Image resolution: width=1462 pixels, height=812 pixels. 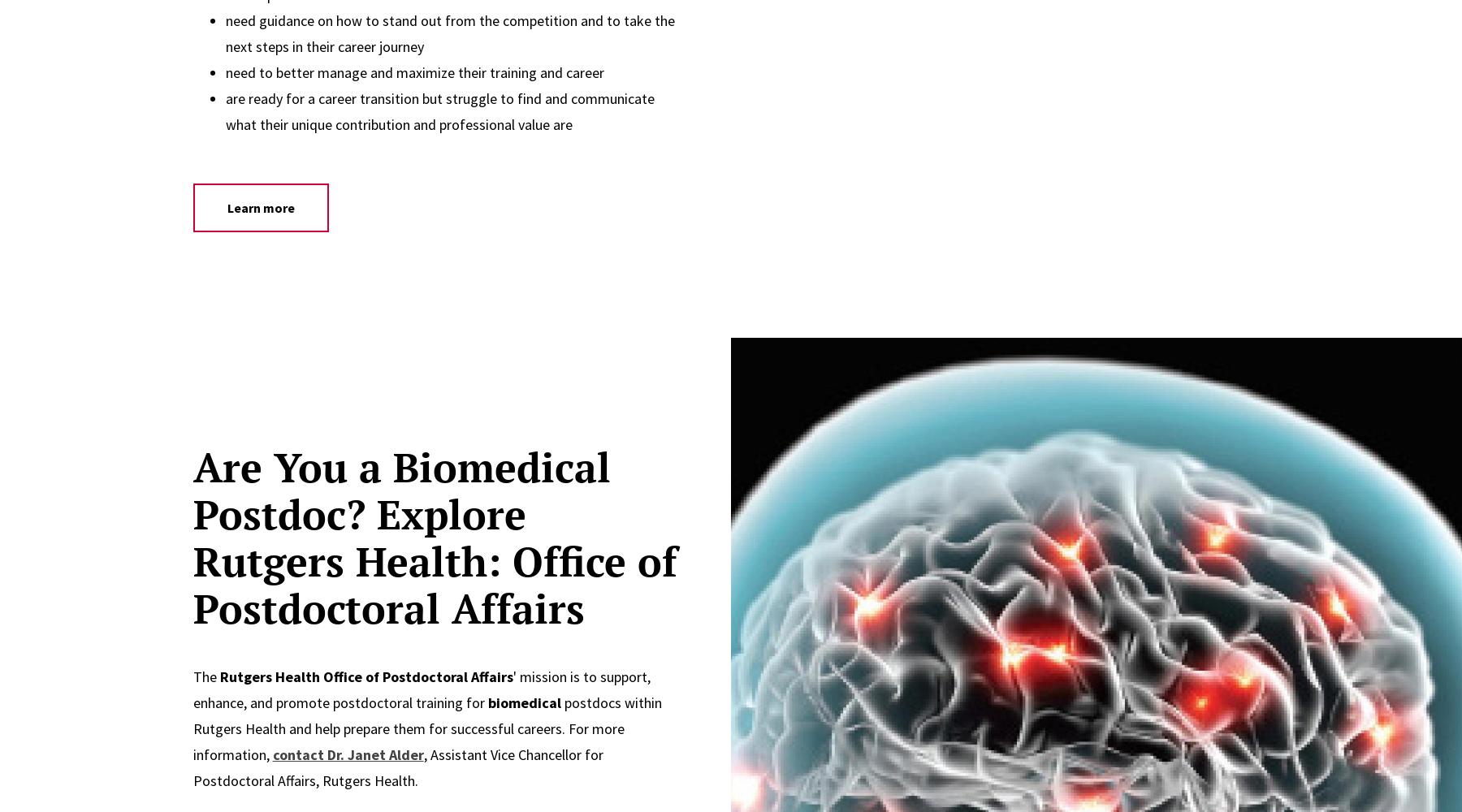 I want to click on 'biomedical', so click(x=523, y=702).